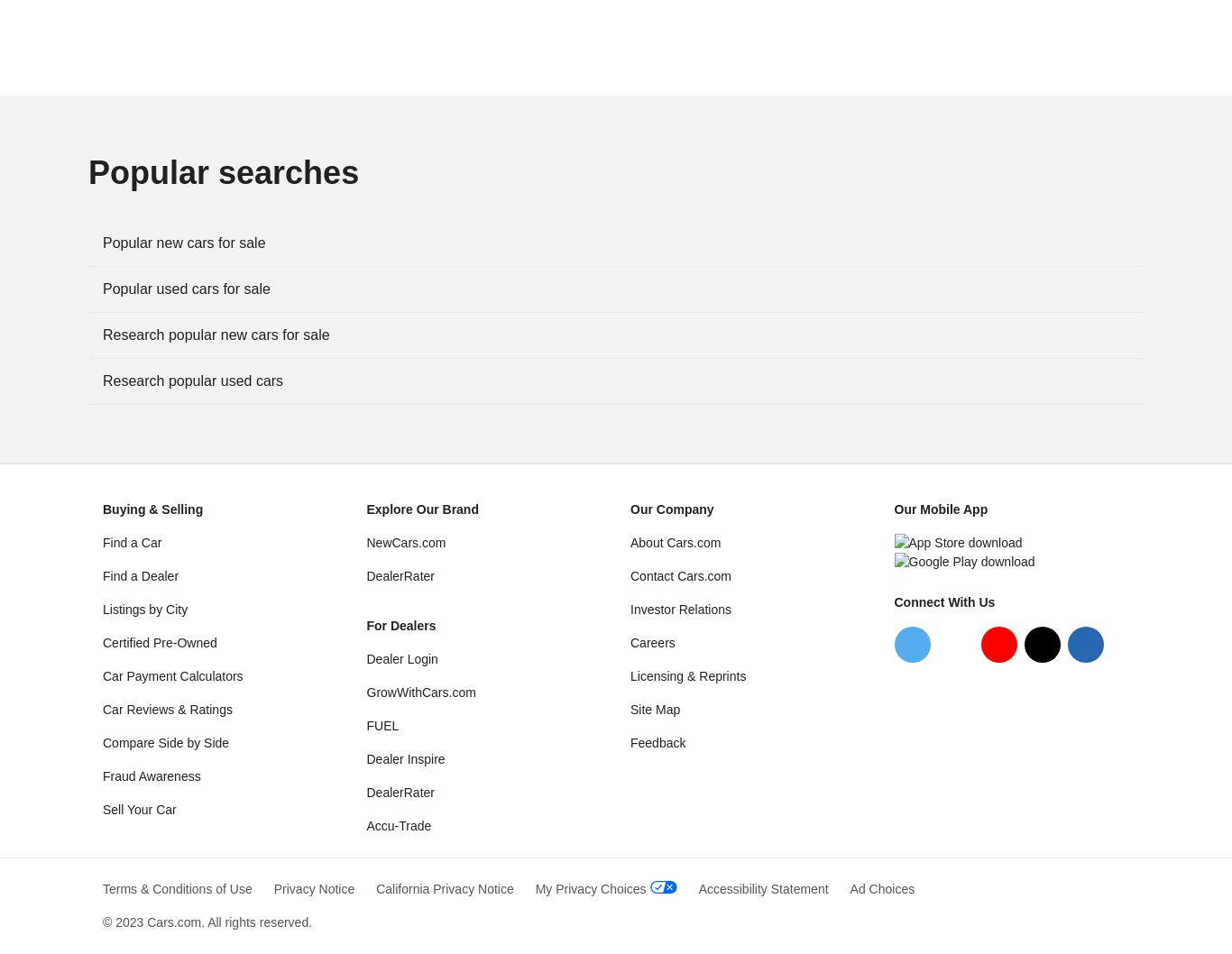 Image resolution: width=1232 pixels, height=954 pixels. What do you see at coordinates (630, 509) in the screenshot?
I see `'Our Company'` at bounding box center [630, 509].